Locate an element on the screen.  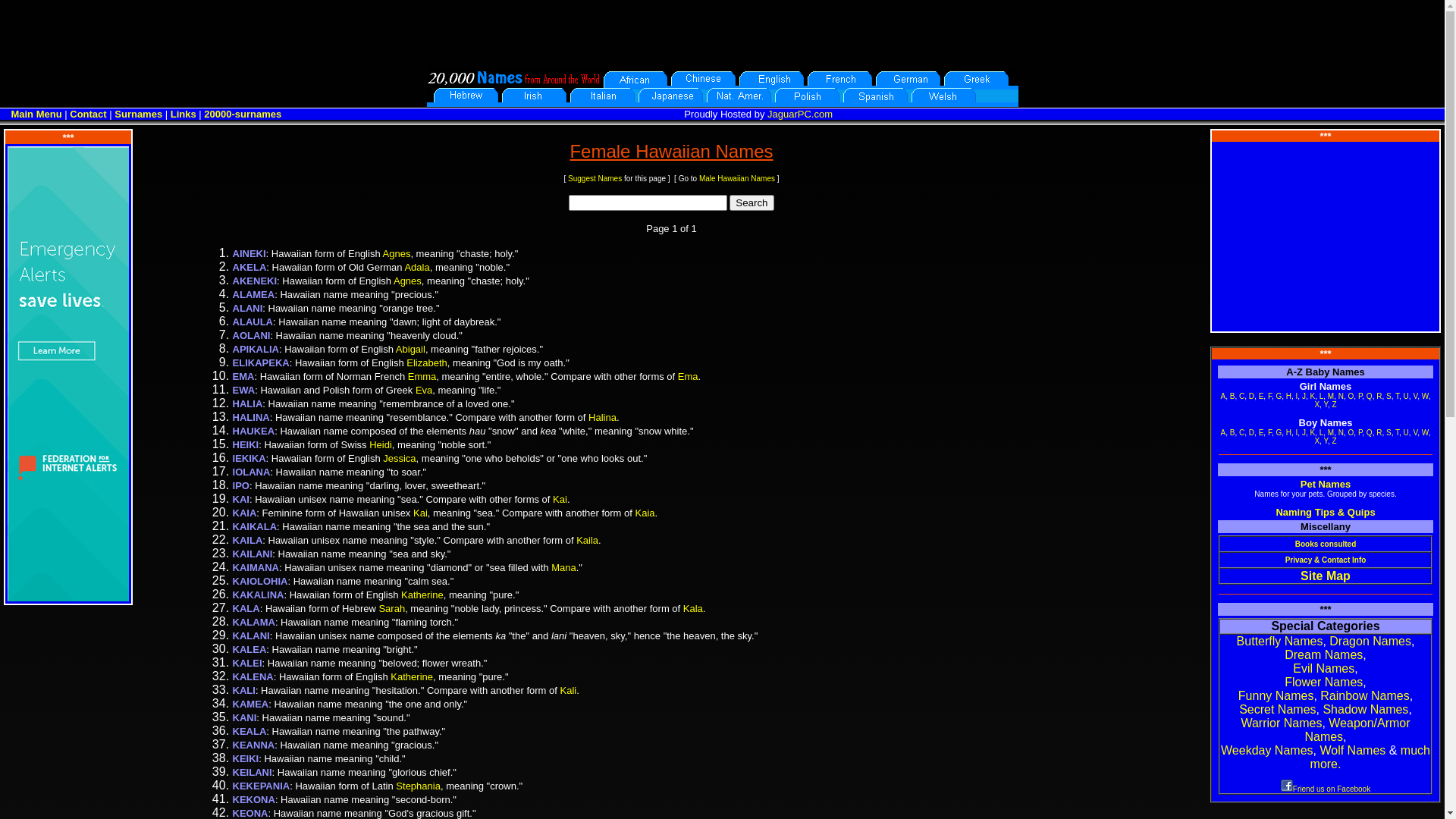
'P' is located at coordinates (1360, 432).